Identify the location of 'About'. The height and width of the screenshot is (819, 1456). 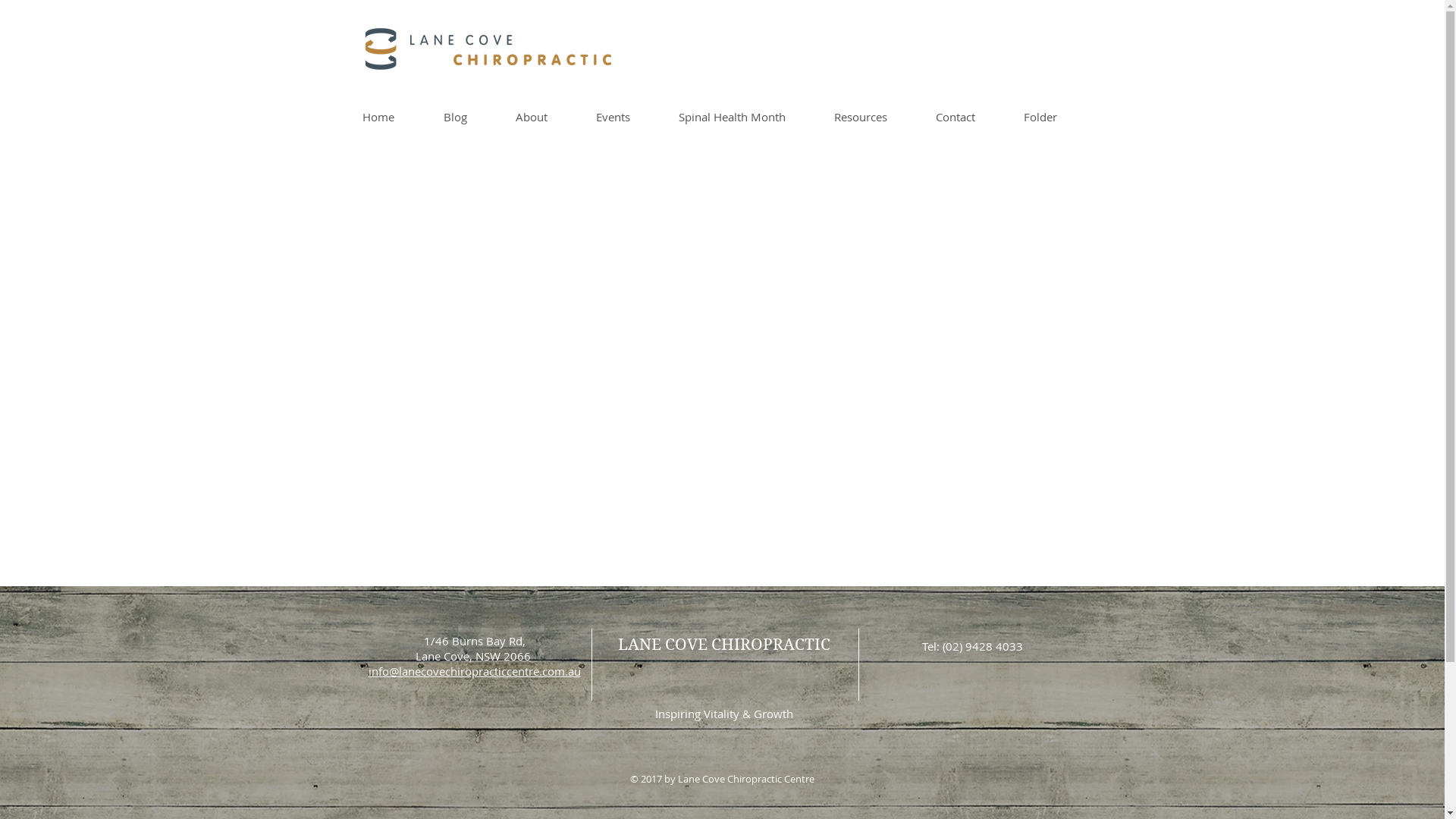
(543, 116).